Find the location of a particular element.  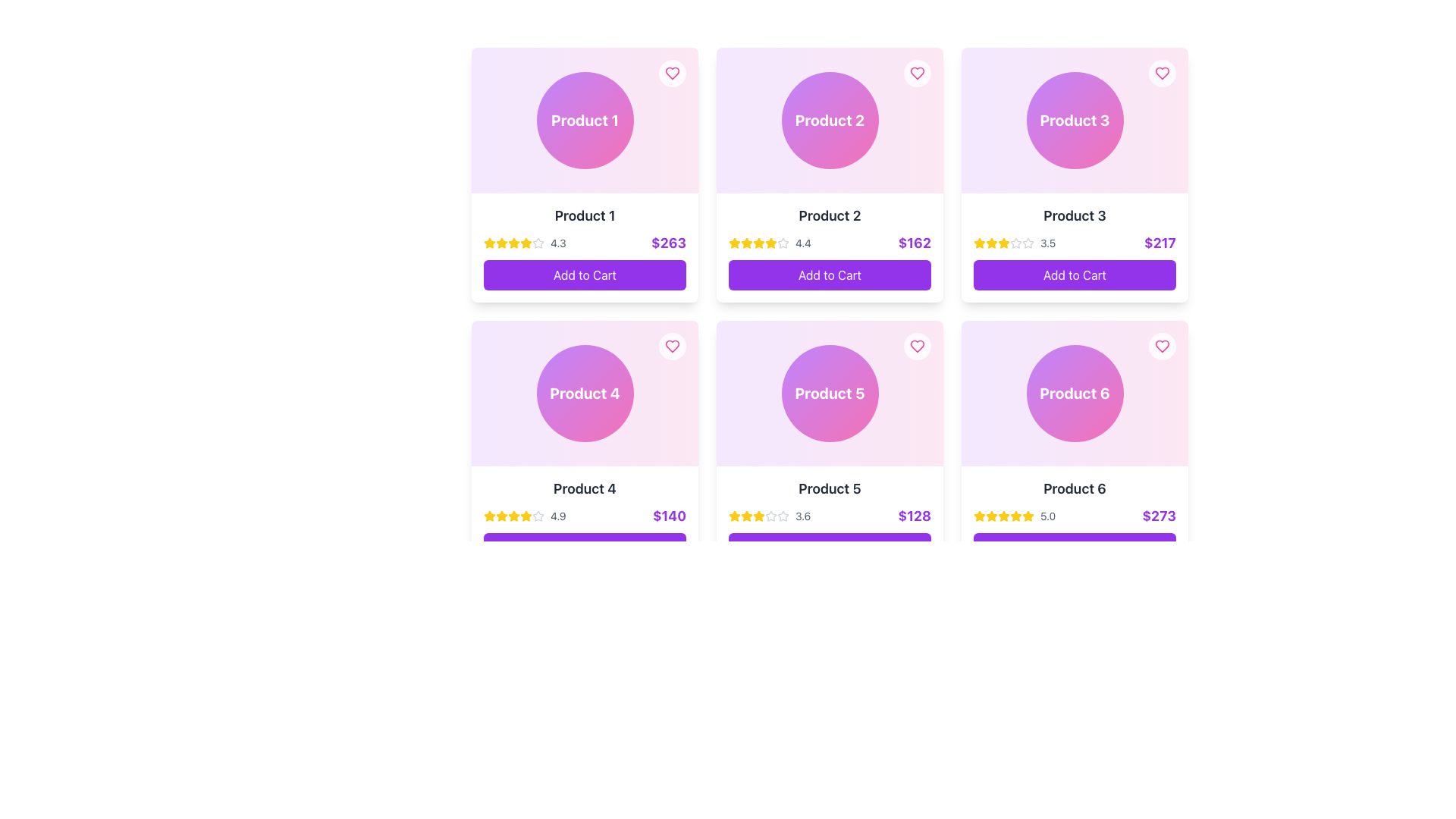

the Rating Display, which consists of five yellow stars followed by the text '5.0' in gray, to indicate interest is located at coordinates (1015, 516).